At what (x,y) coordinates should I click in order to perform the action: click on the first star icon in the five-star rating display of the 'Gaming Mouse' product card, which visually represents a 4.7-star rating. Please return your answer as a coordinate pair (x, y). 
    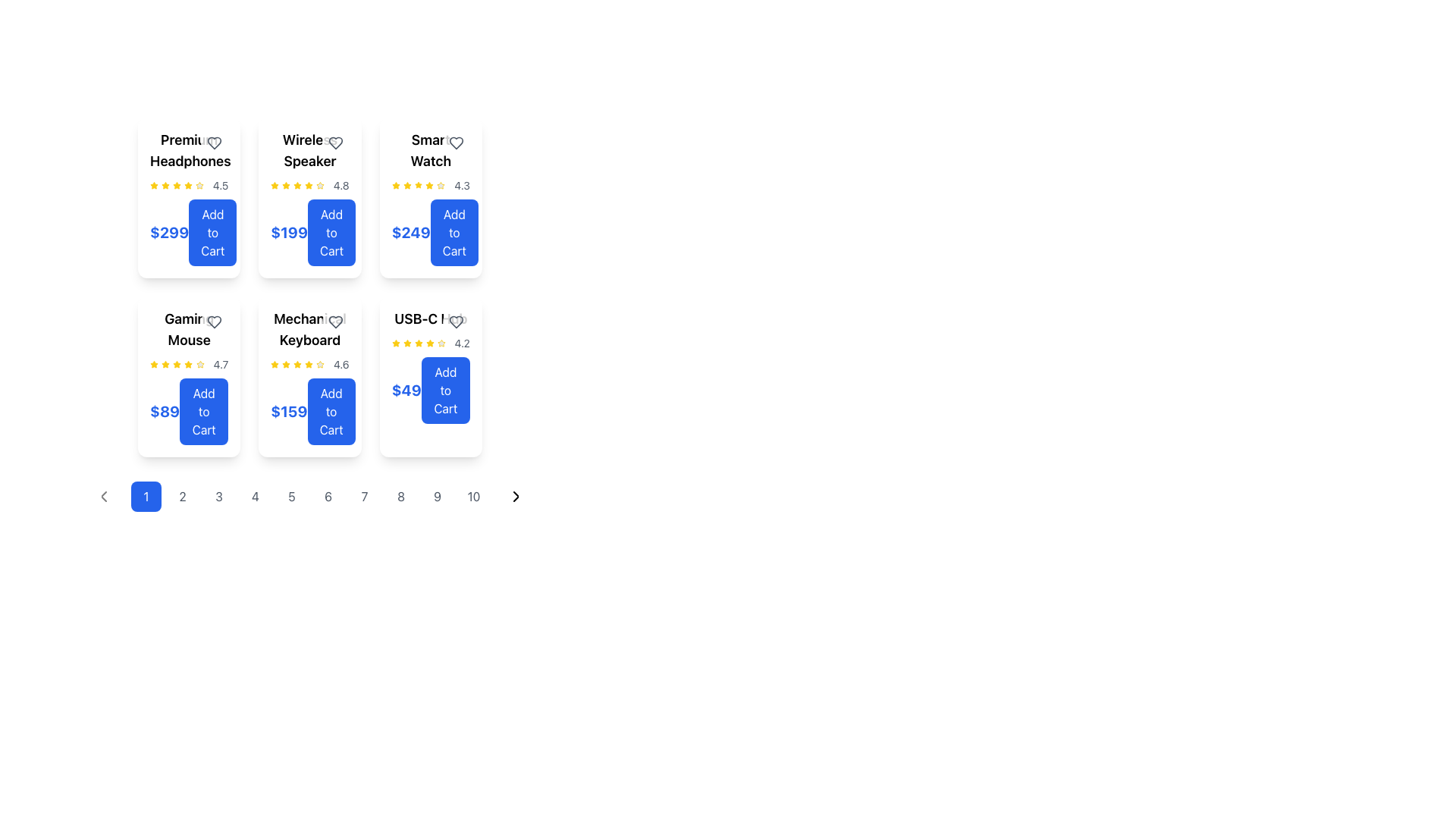
    Looking at the image, I should click on (154, 365).